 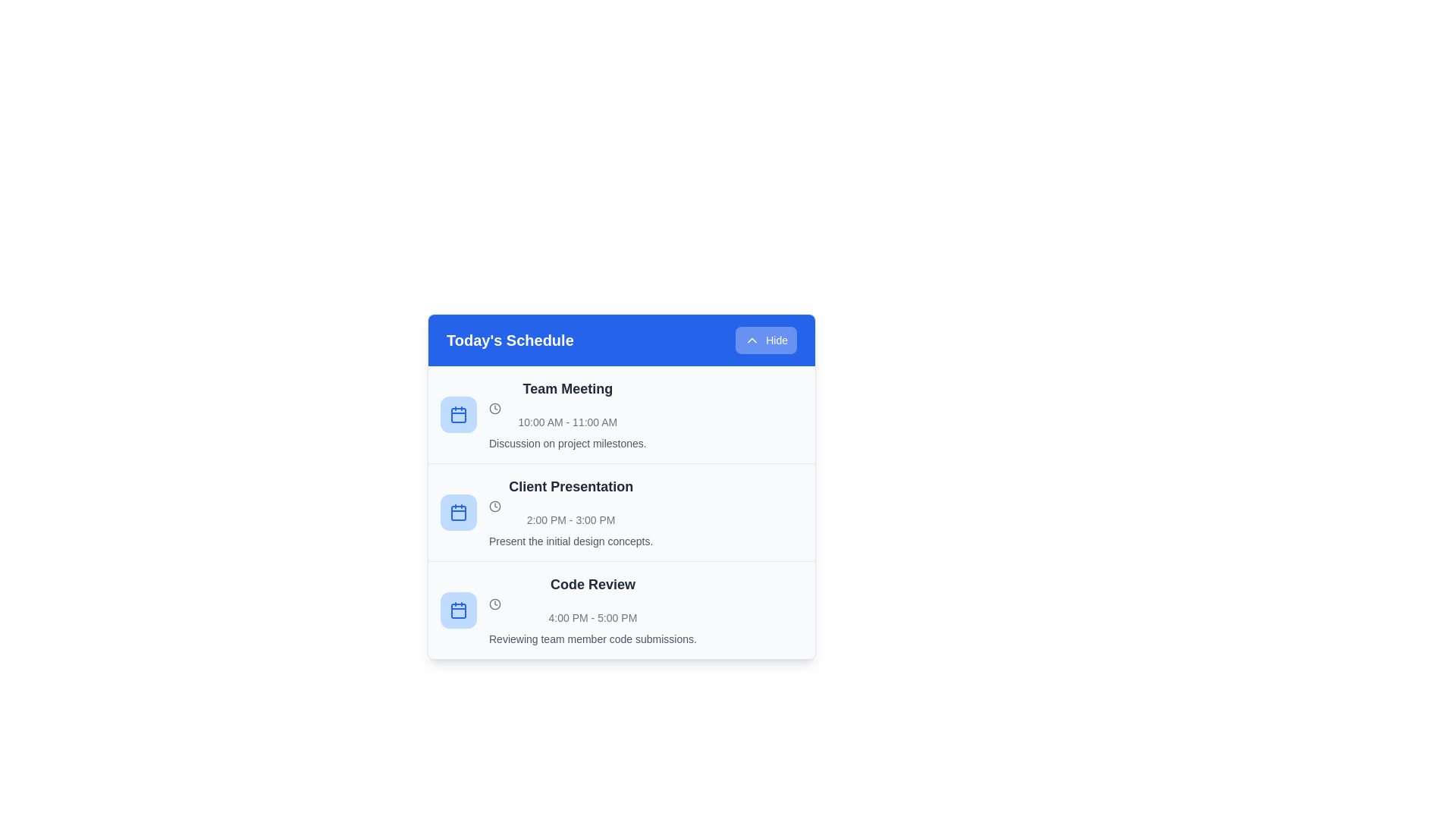 What do you see at coordinates (457, 512) in the screenshot?
I see `the representation of the blue calendar icon located within the second event entry of the vertical schedule list` at bounding box center [457, 512].